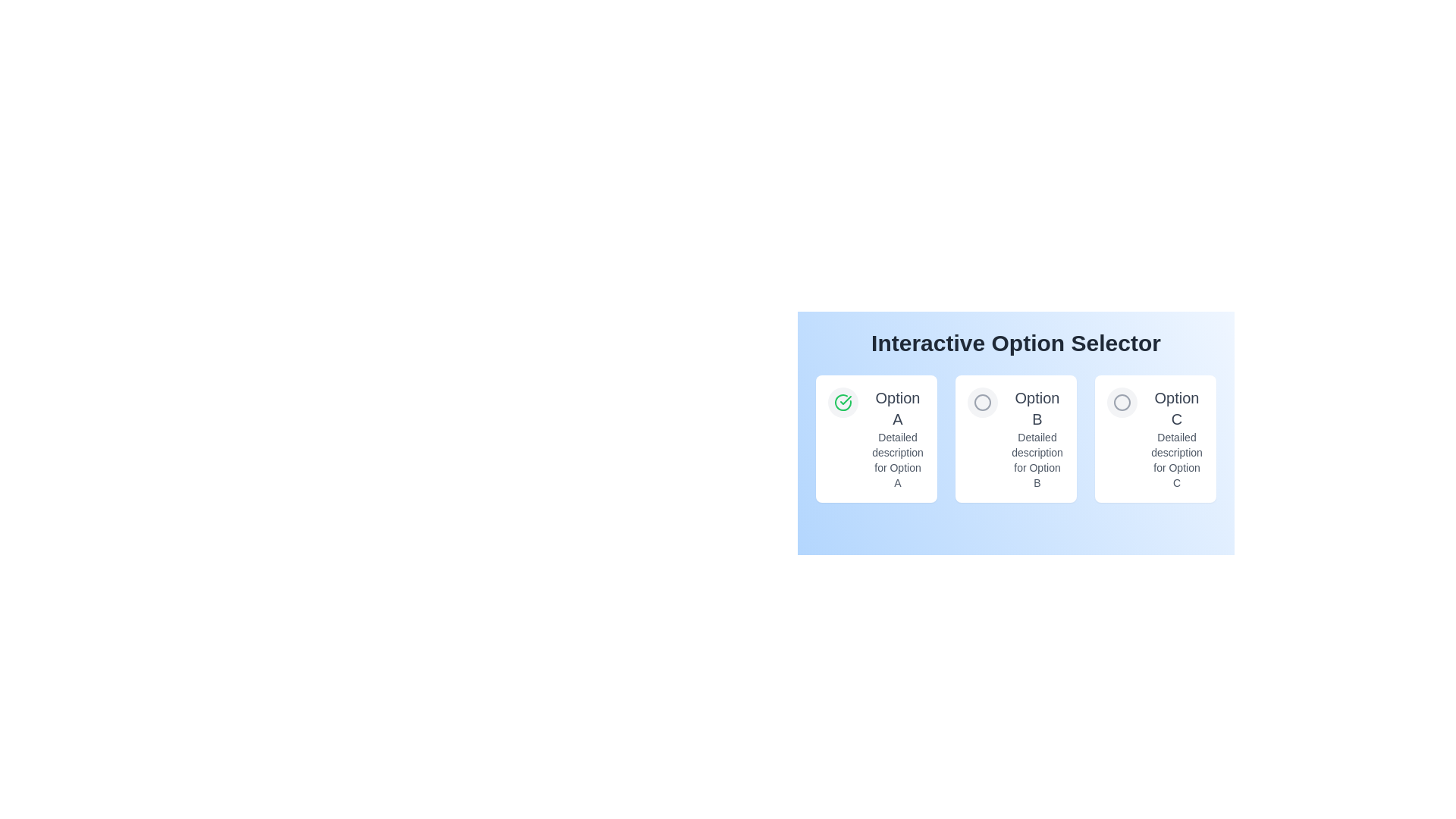 This screenshot has height=819, width=1456. What do you see at coordinates (843, 402) in the screenshot?
I see `the selection indicator button for 'Option A'` at bounding box center [843, 402].